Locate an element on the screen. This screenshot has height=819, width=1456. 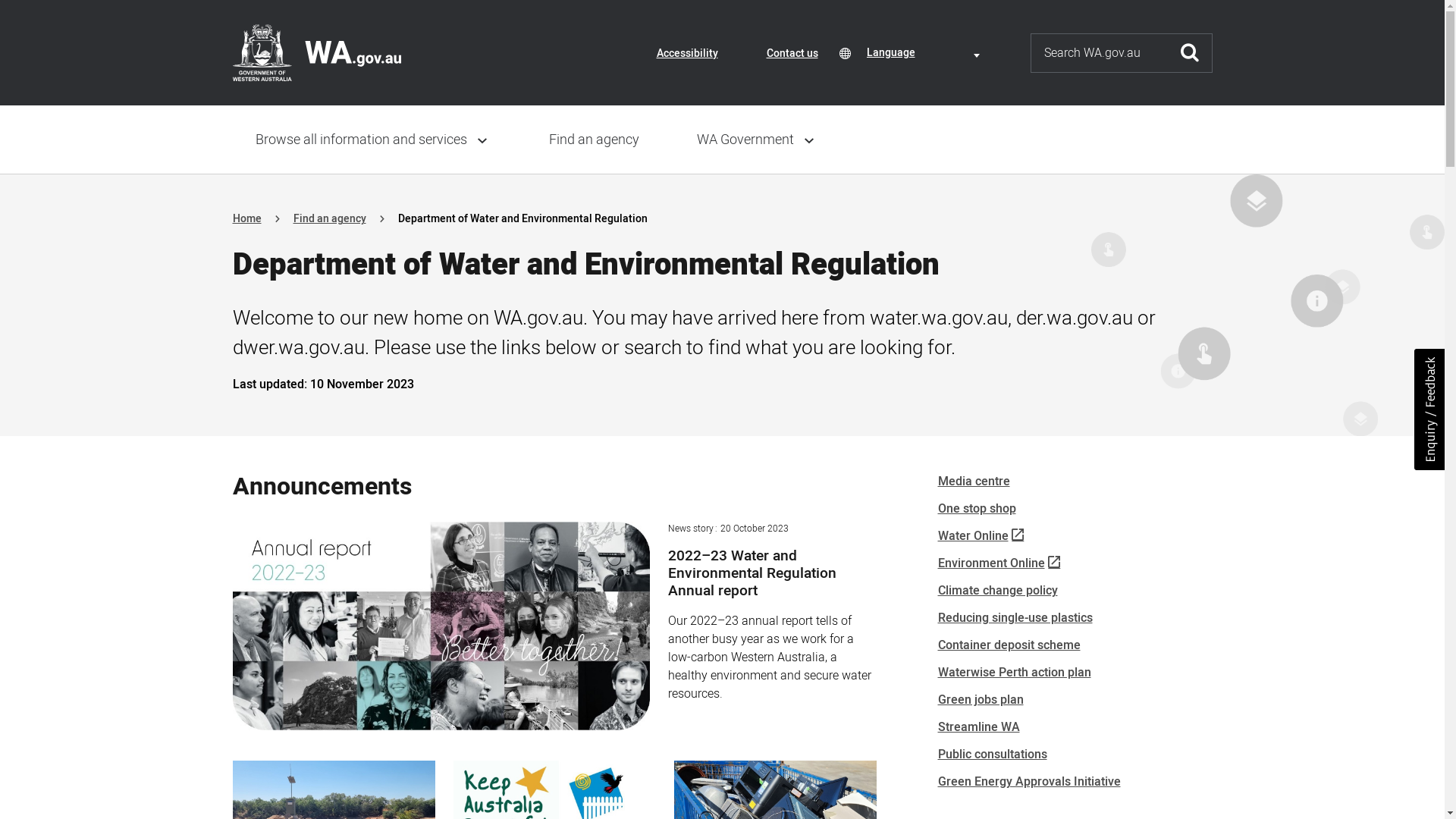
'WA Government' is located at coordinates (757, 140).